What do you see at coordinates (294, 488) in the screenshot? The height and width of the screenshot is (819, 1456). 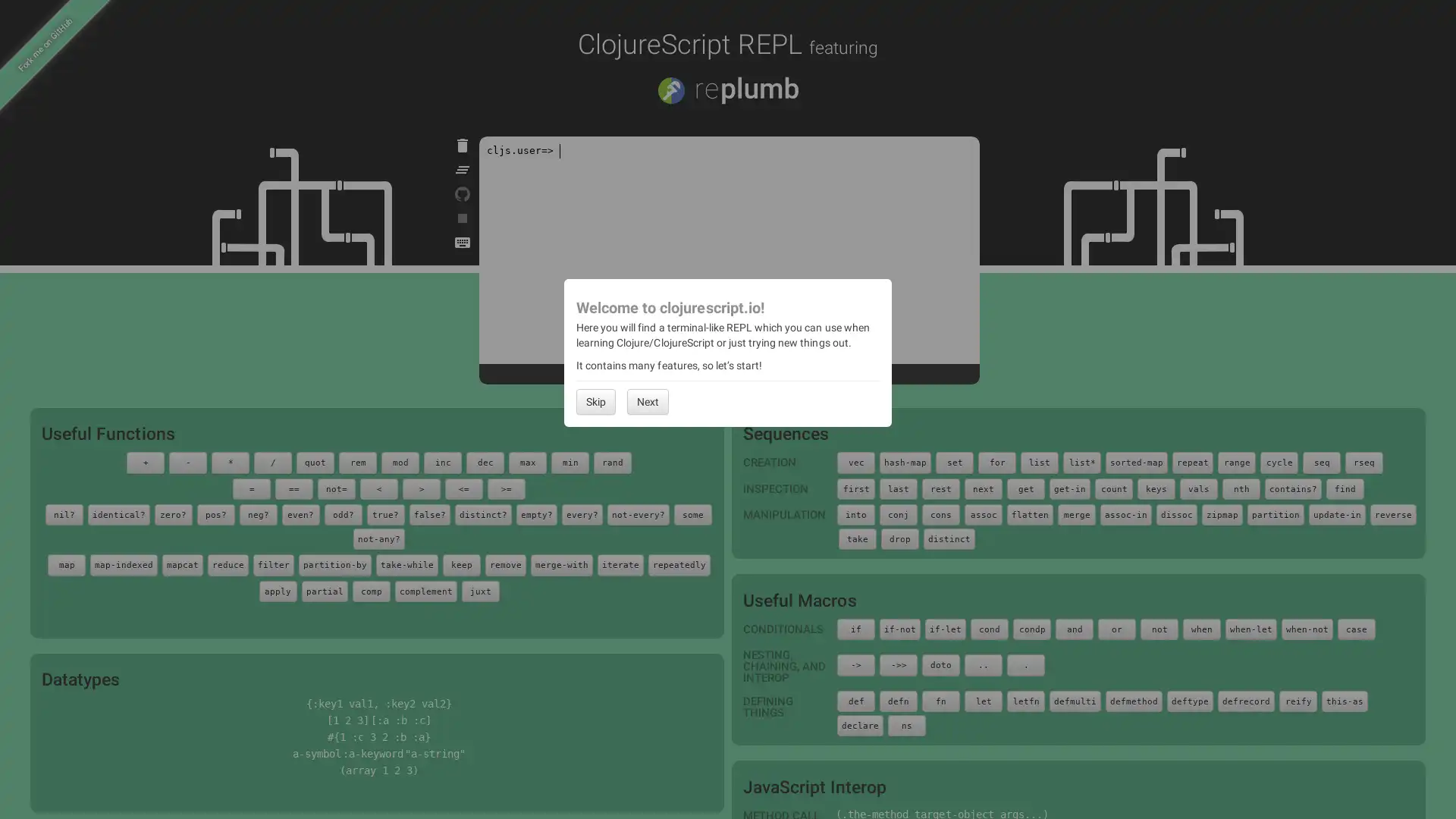 I see `==` at bounding box center [294, 488].